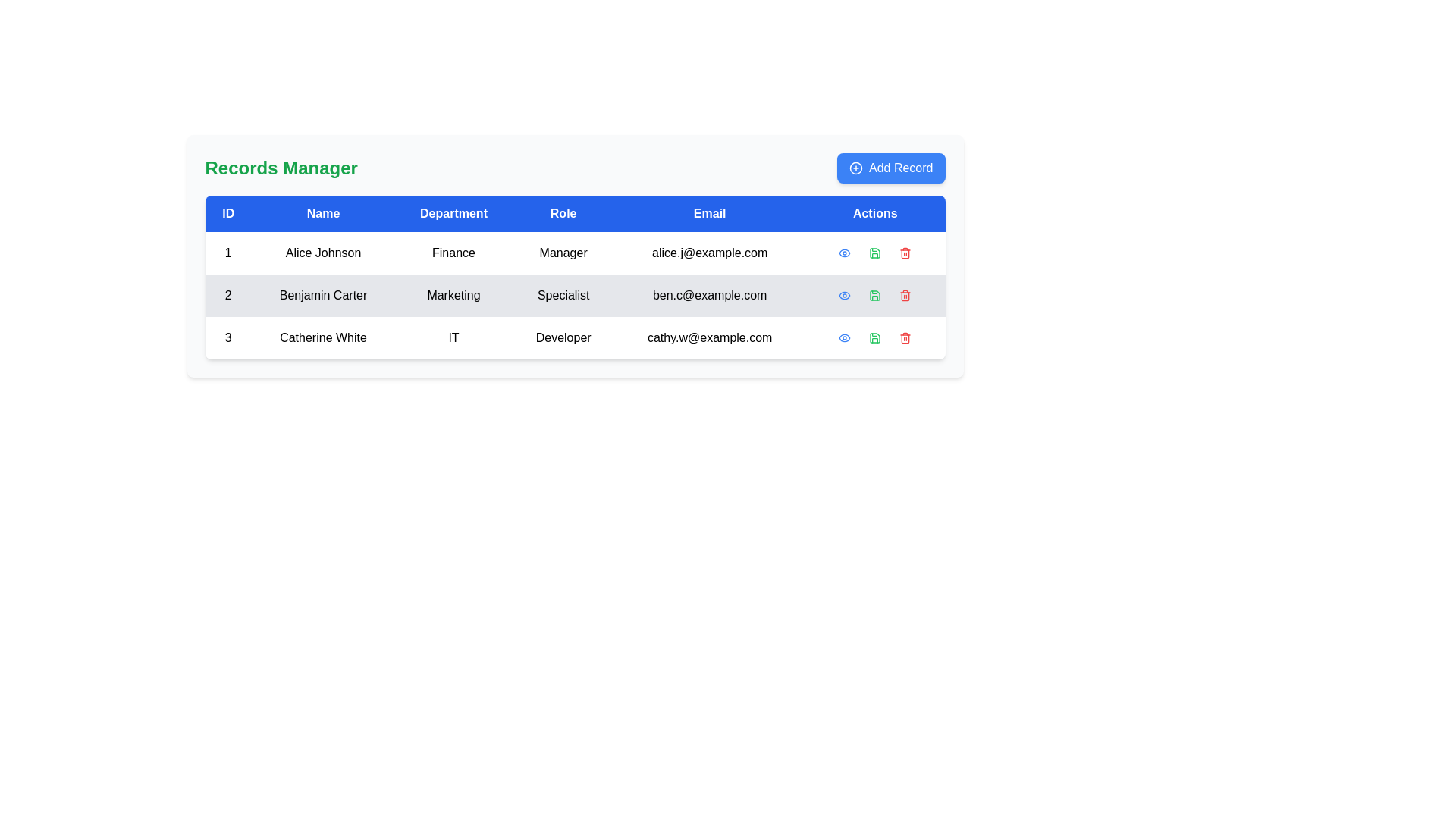 The image size is (1456, 819). Describe the element at coordinates (322, 253) in the screenshot. I see `the text label 'Alice Johnson' located in the first row of the data table under the 'Name' column` at that location.